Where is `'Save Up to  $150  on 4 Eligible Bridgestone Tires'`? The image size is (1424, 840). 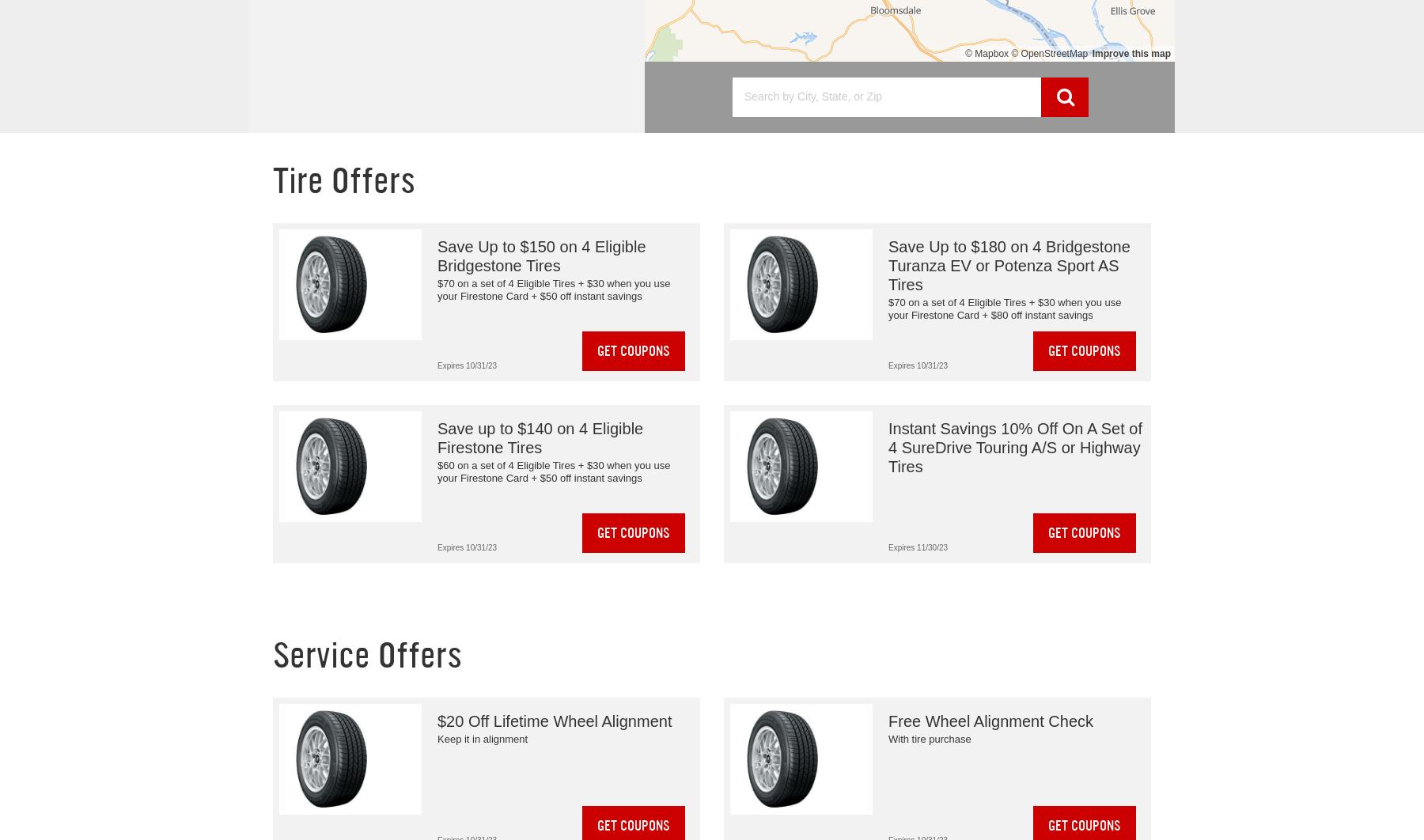 'Save Up to  $150  on 4 Eligible Bridgestone Tires' is located at coordinates (436, 255).